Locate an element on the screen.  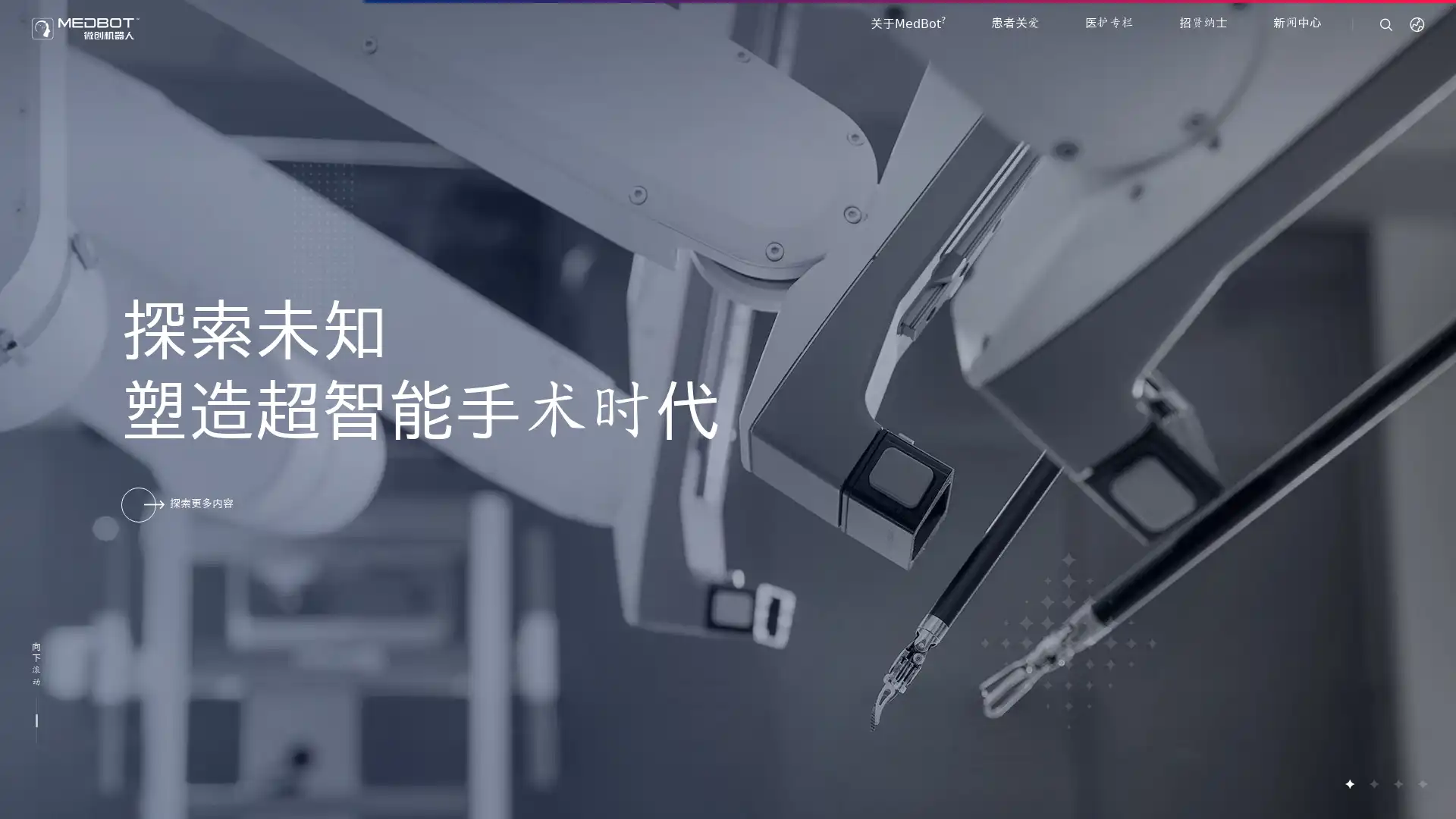
Go to slide 2 is located at coordinates (1373, 783).